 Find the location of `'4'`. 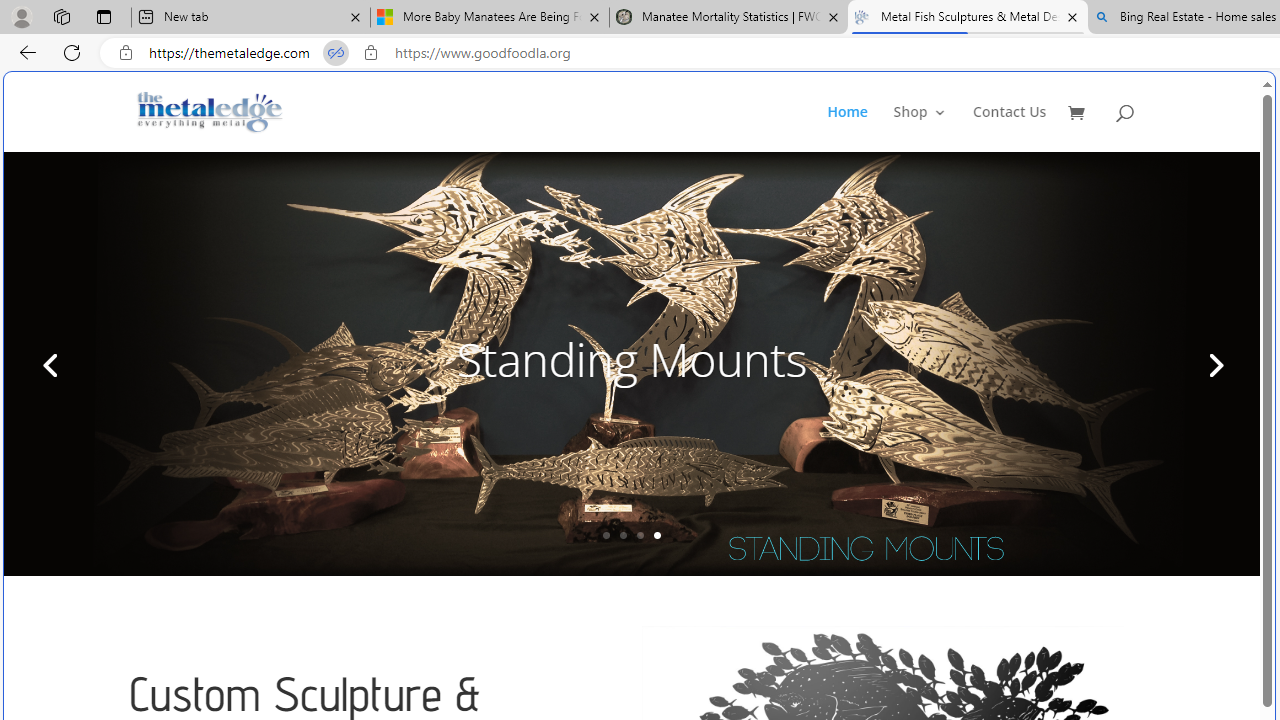

'4' is located at coordinates (657, 534).